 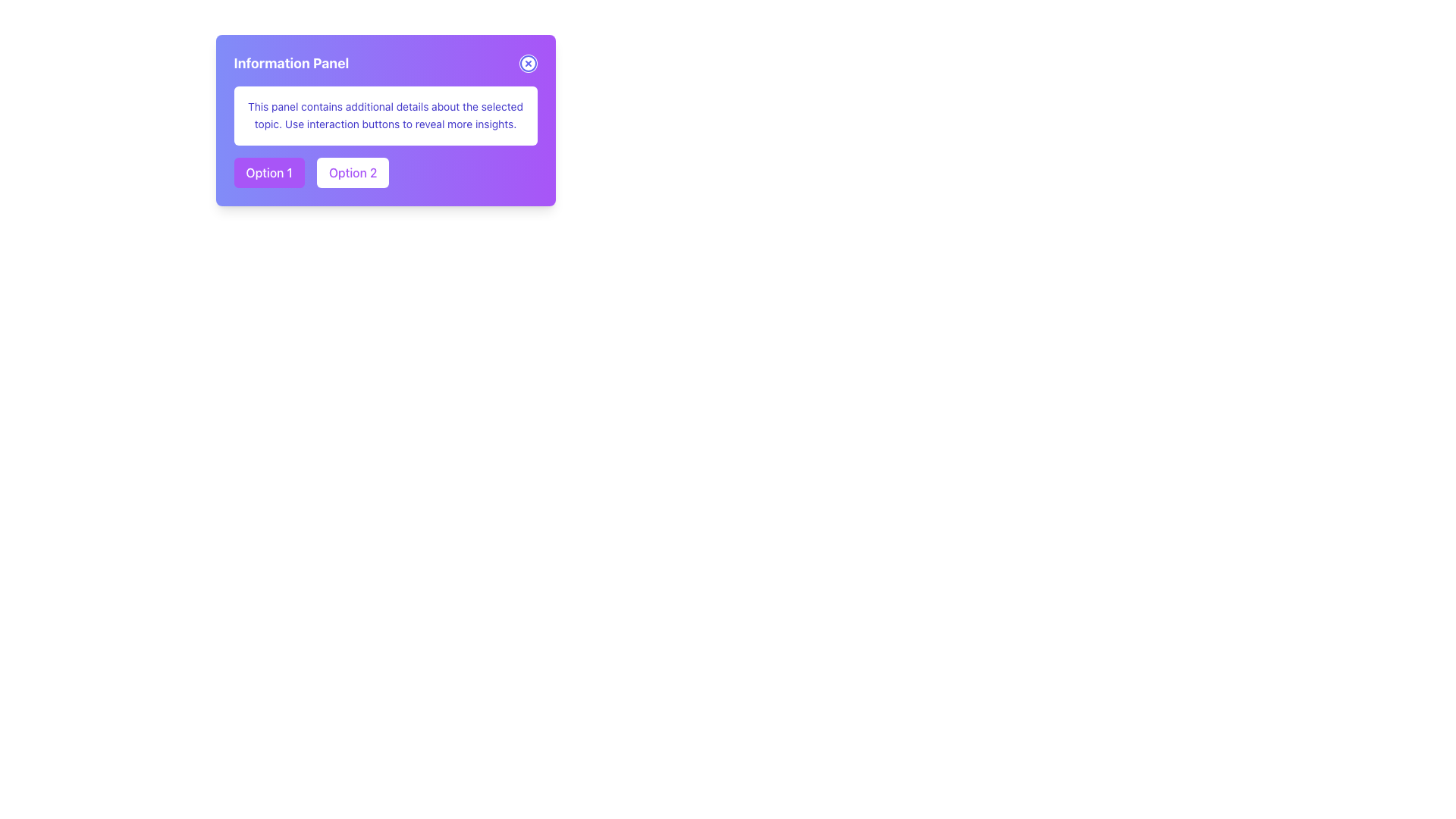 I want to click on text that says 'This panel contains additional details about the selected topic. Use interaction buttons to reveal more insights.' which is located in the center of the information panel beneath the header 'Information Panel', so click(x=385, y=115).